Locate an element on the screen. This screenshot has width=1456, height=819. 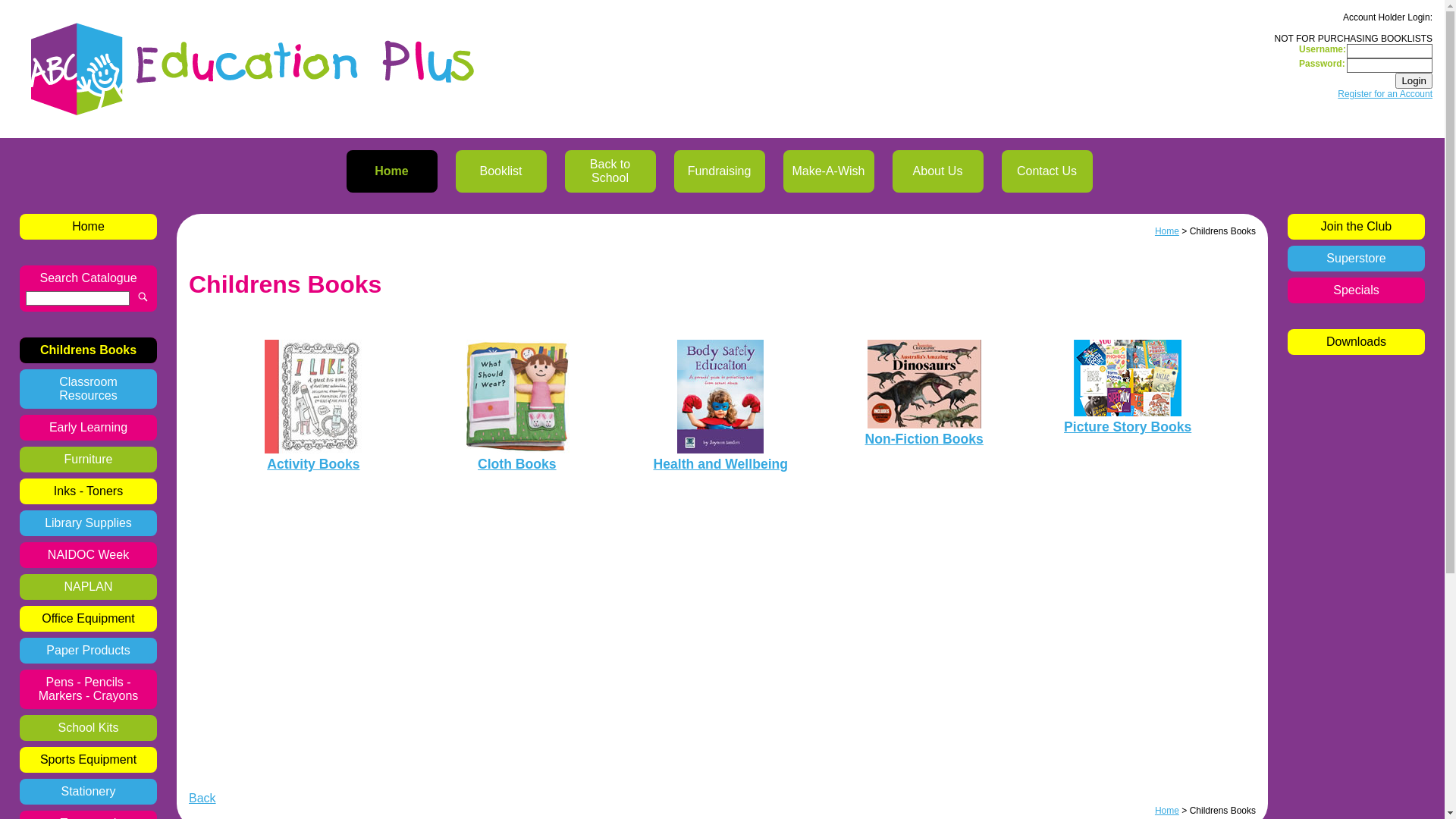
'Health and Wellbeing' is located at coordinates (720, 463).